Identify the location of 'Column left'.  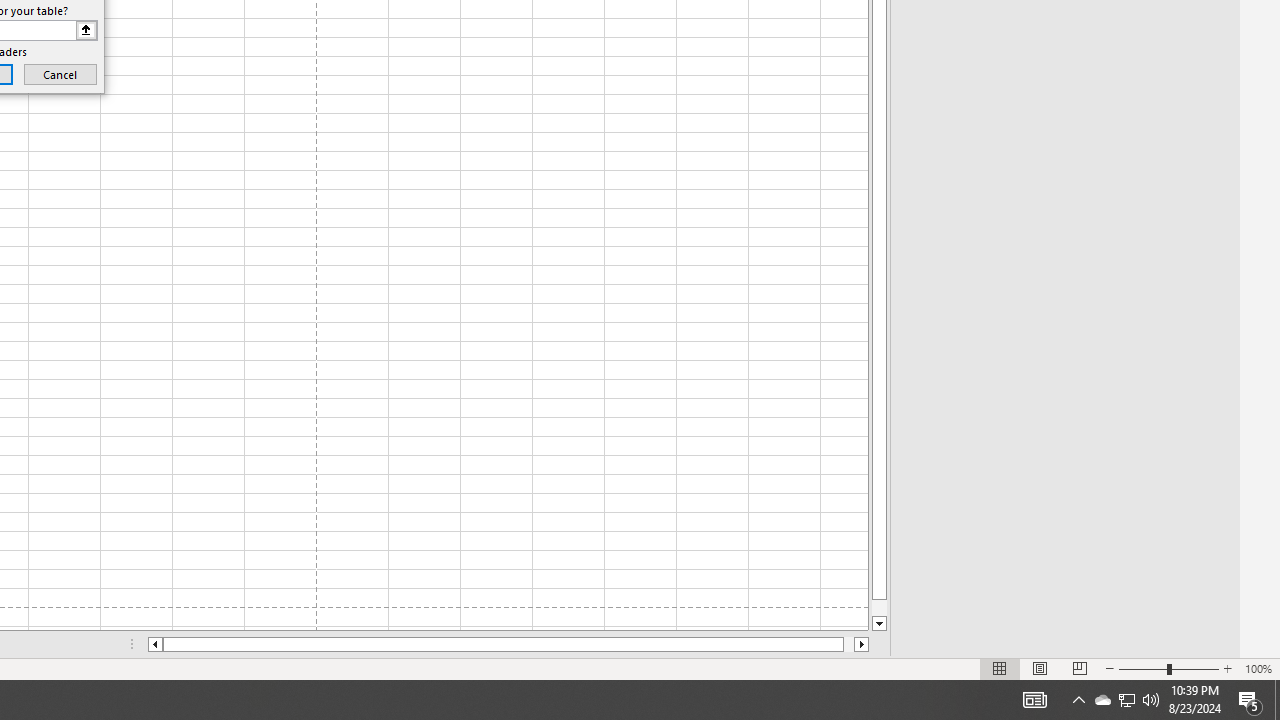
(153, 644).